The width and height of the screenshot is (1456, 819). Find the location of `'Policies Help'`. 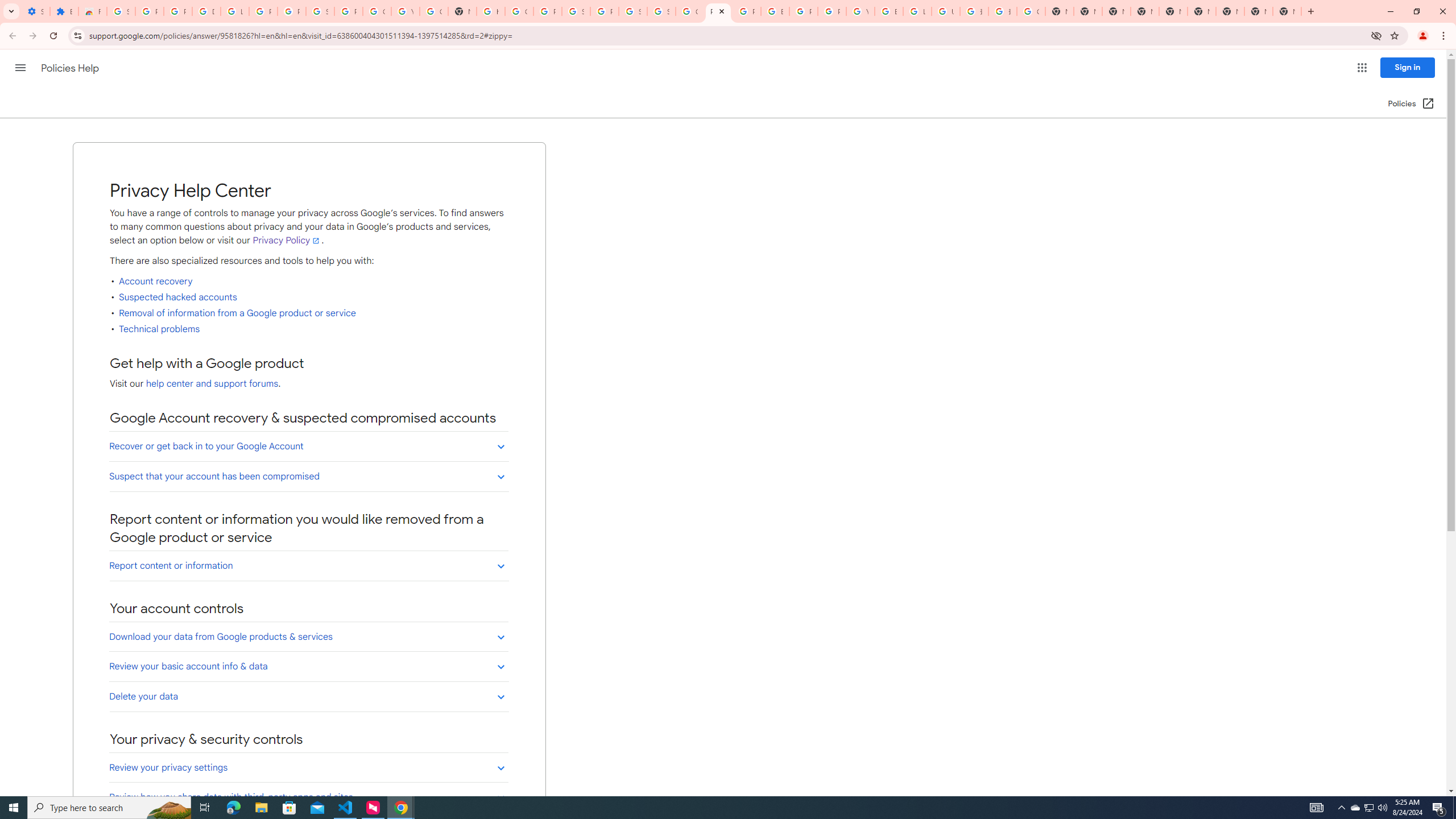

'Policies Help' is located at coordinates (71, 68).